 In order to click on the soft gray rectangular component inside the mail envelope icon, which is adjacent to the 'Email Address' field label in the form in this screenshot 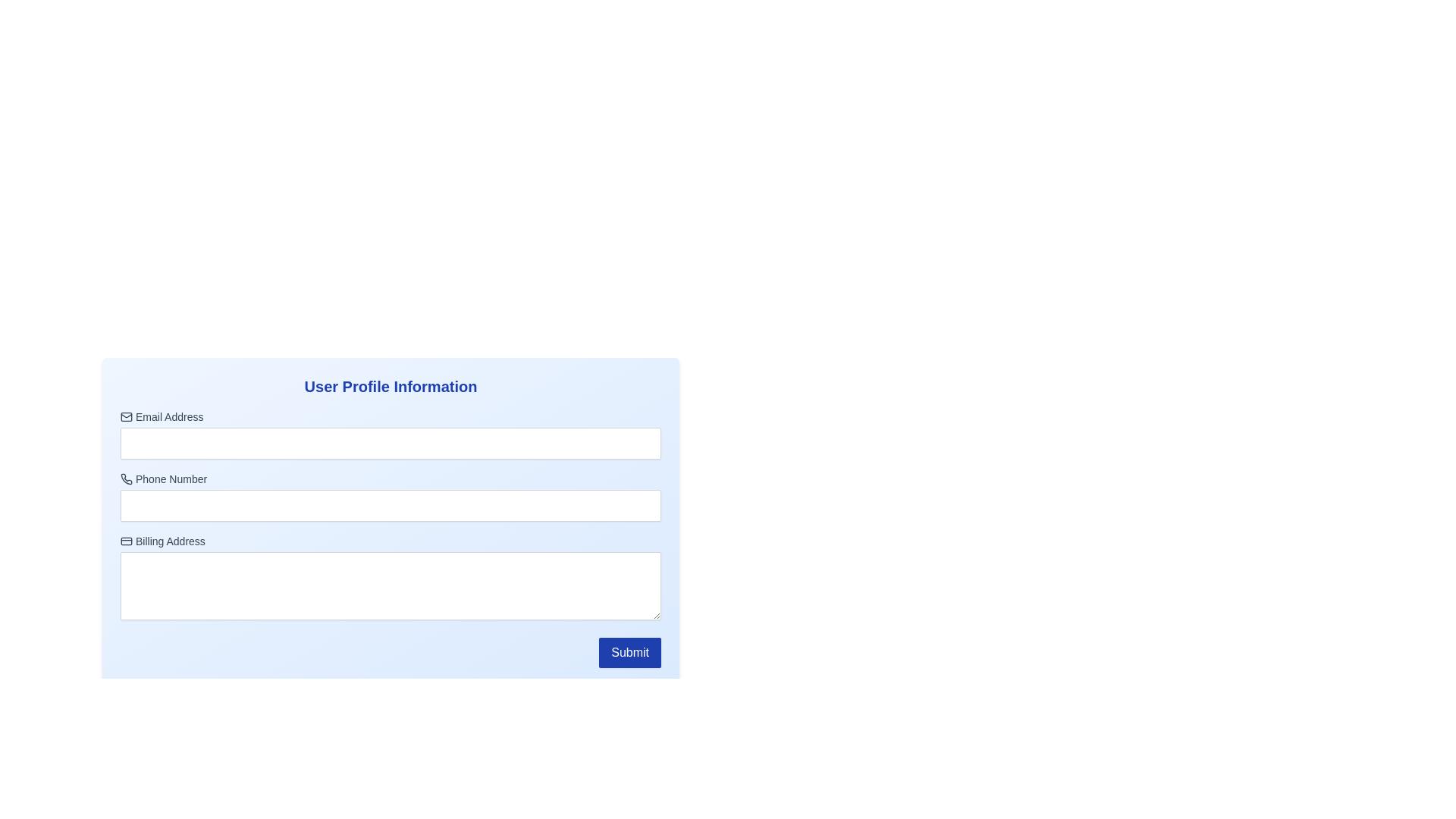, I will do `click(127, 417)`.